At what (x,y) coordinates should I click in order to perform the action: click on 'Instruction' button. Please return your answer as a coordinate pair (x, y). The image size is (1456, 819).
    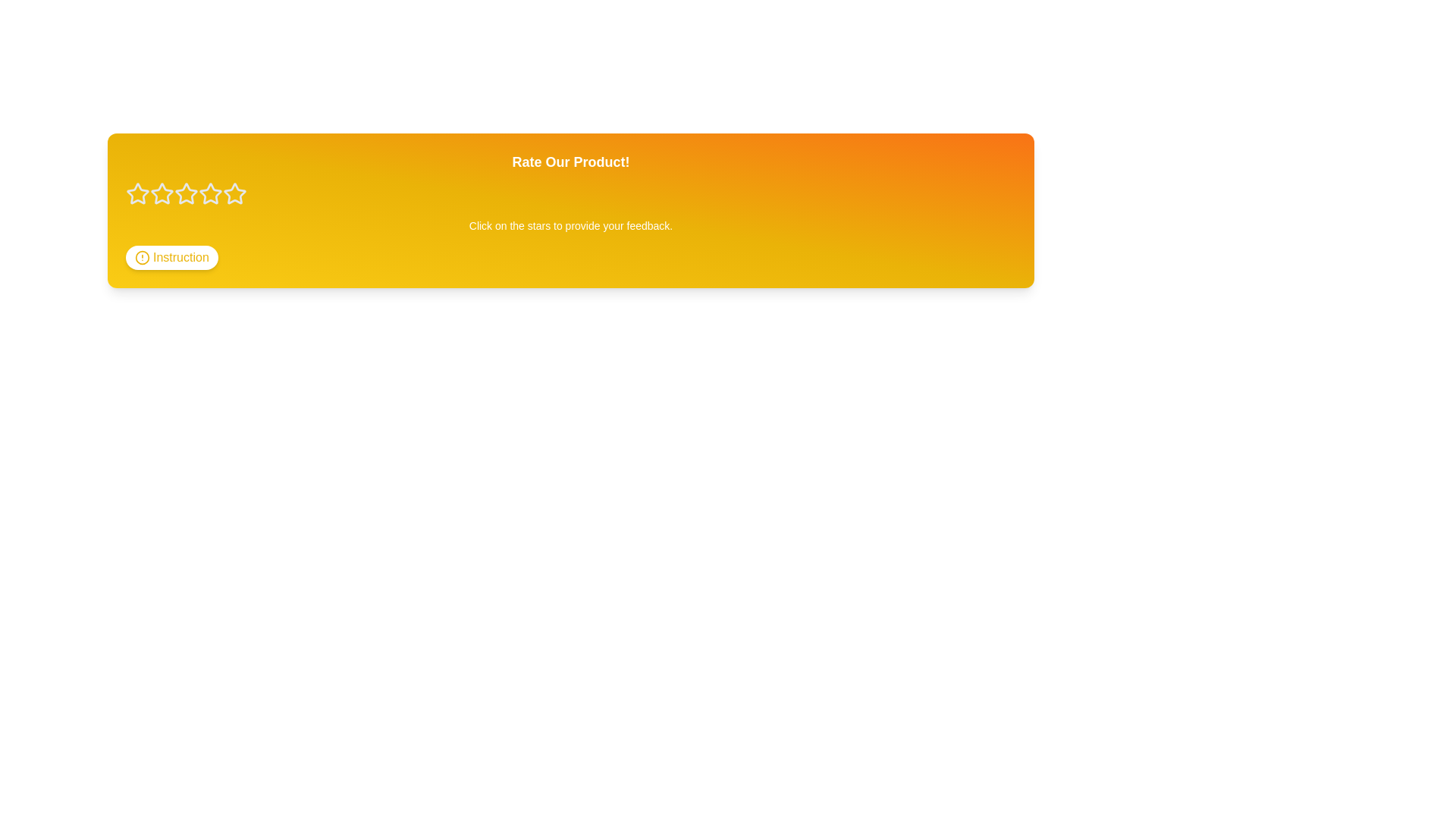
    Looking at the image, I should click on (171, 256).